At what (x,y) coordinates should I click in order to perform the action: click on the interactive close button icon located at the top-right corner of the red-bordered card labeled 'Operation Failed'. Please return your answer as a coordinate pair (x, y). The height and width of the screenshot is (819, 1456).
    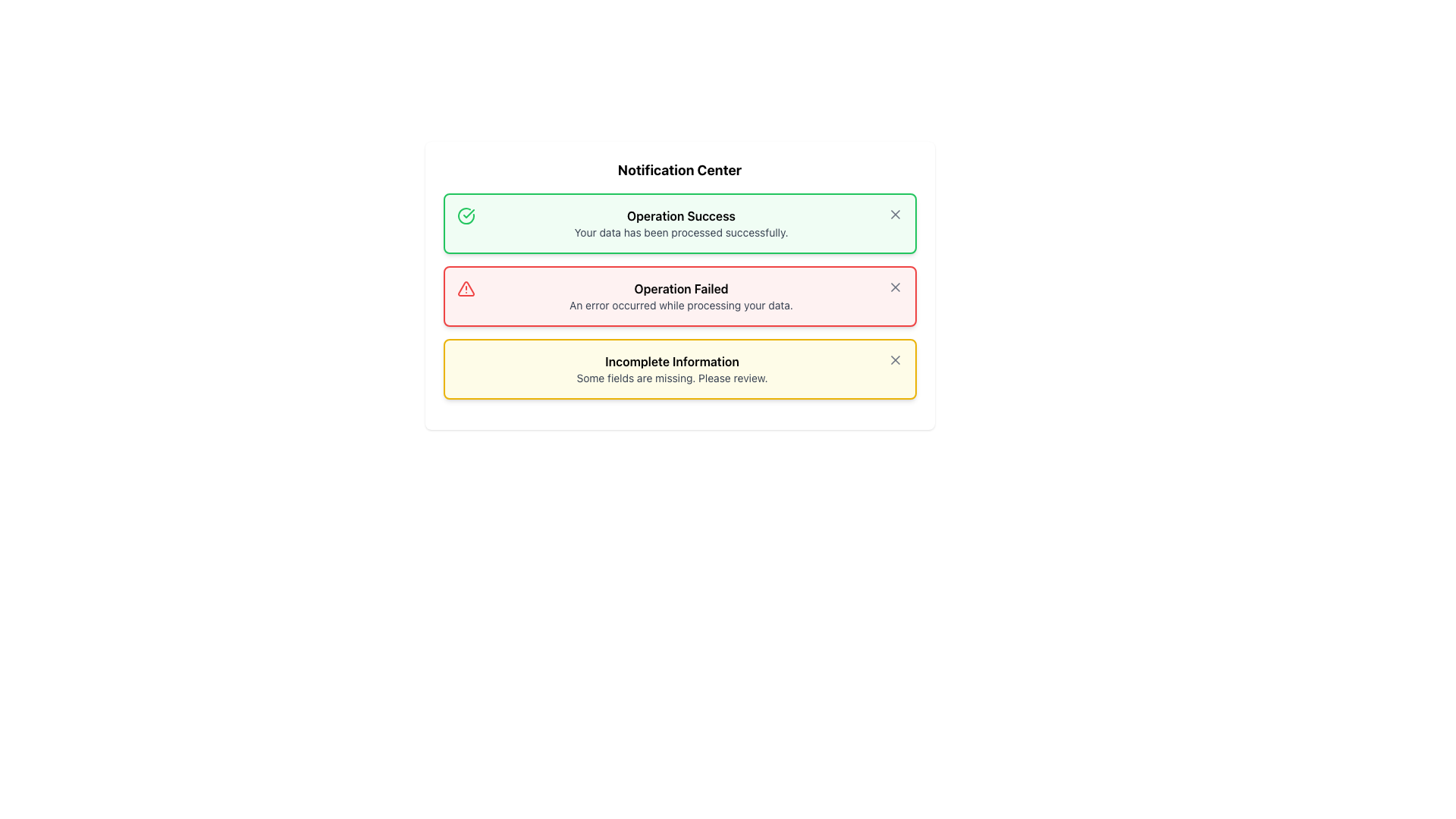
    Looking at the image, I should click on (895, 287).